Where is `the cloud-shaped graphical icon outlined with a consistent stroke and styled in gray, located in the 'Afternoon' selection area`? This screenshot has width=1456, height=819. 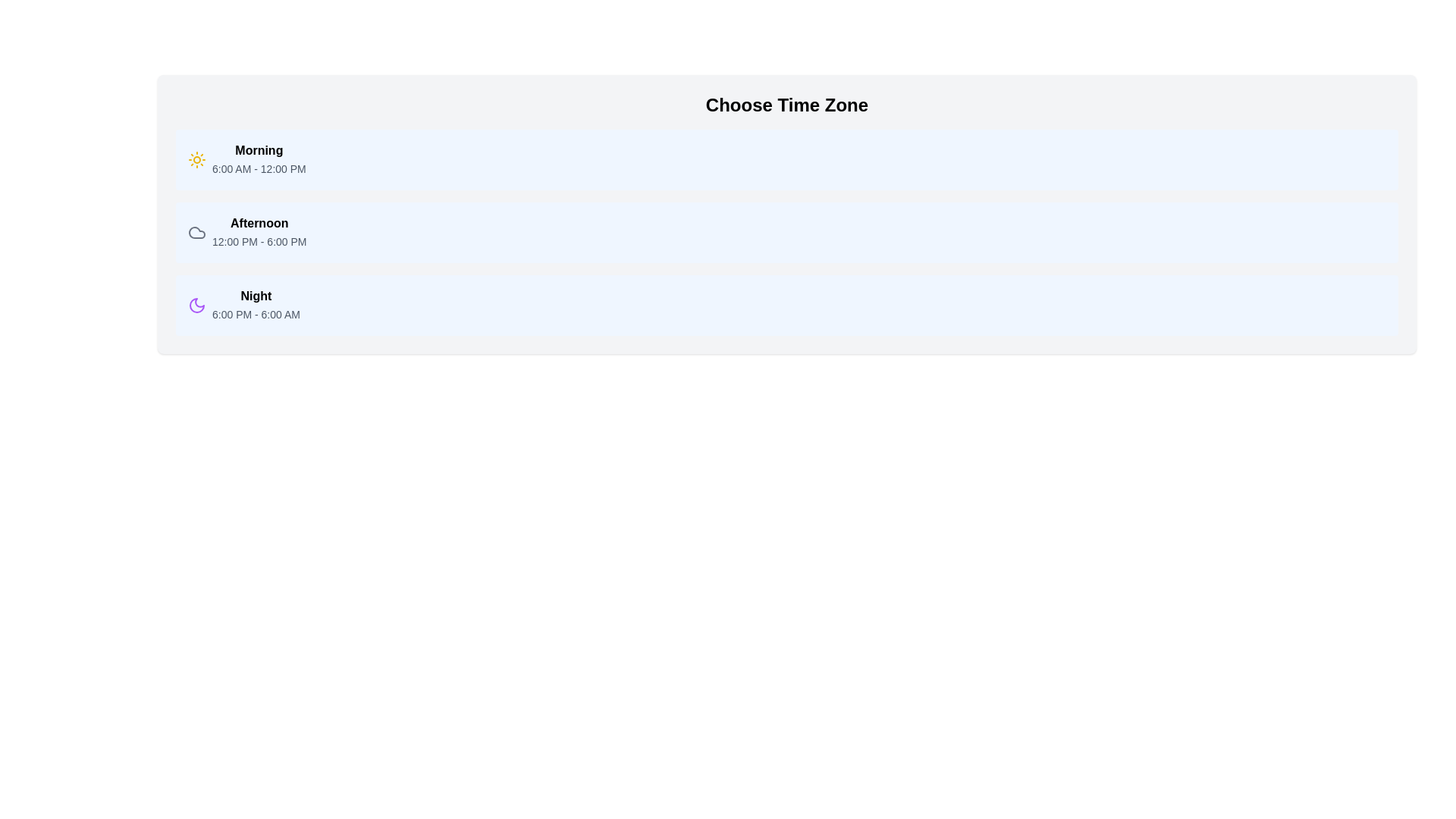 the cloud-shaped graphical icon outlined with a consistent stroke and styled in gray, located in the 'Afternoon' selection area is located at coordinates (196, 233).